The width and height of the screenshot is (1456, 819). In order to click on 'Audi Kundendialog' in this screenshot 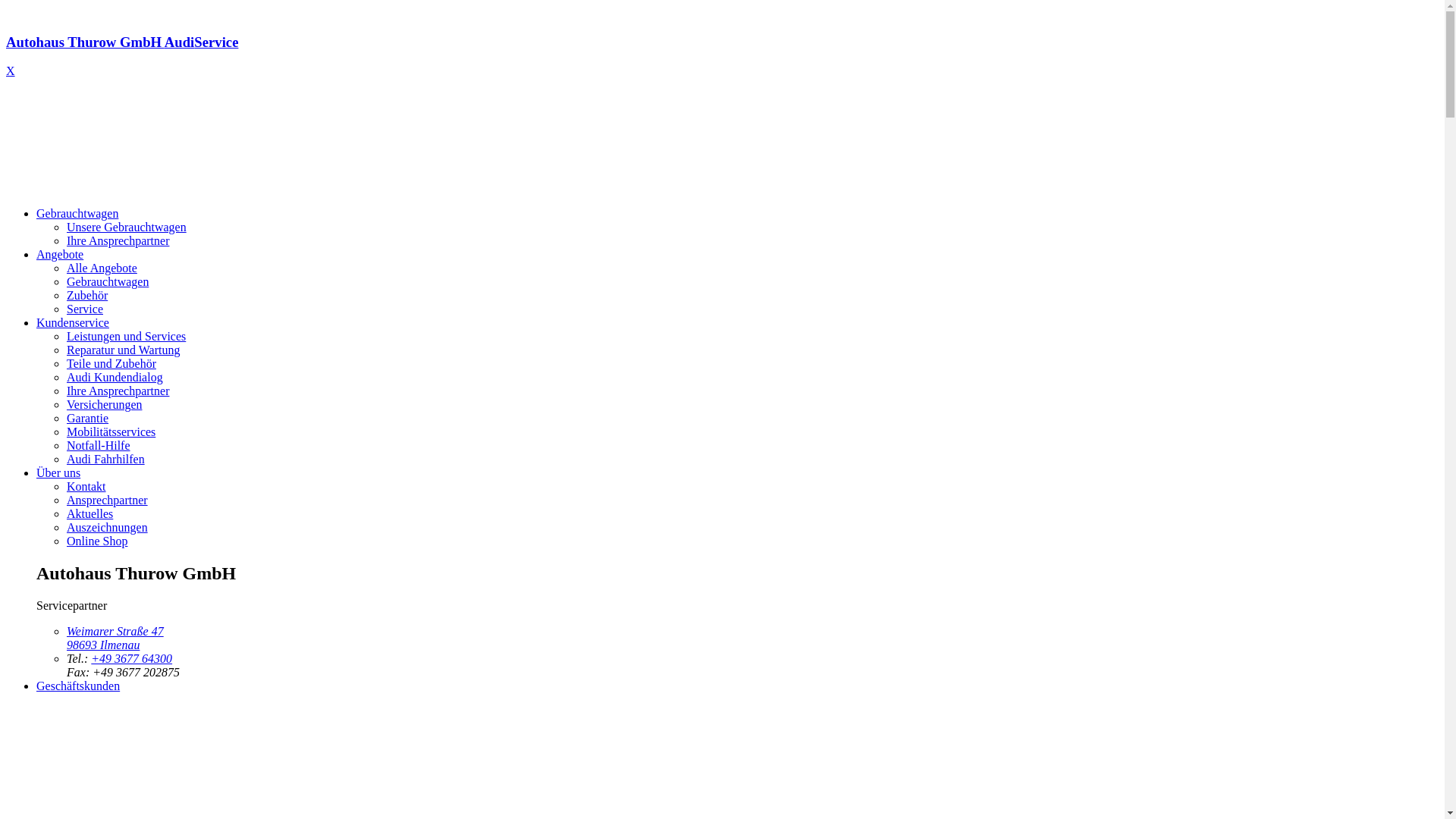, I will do `click(65, 376)`.